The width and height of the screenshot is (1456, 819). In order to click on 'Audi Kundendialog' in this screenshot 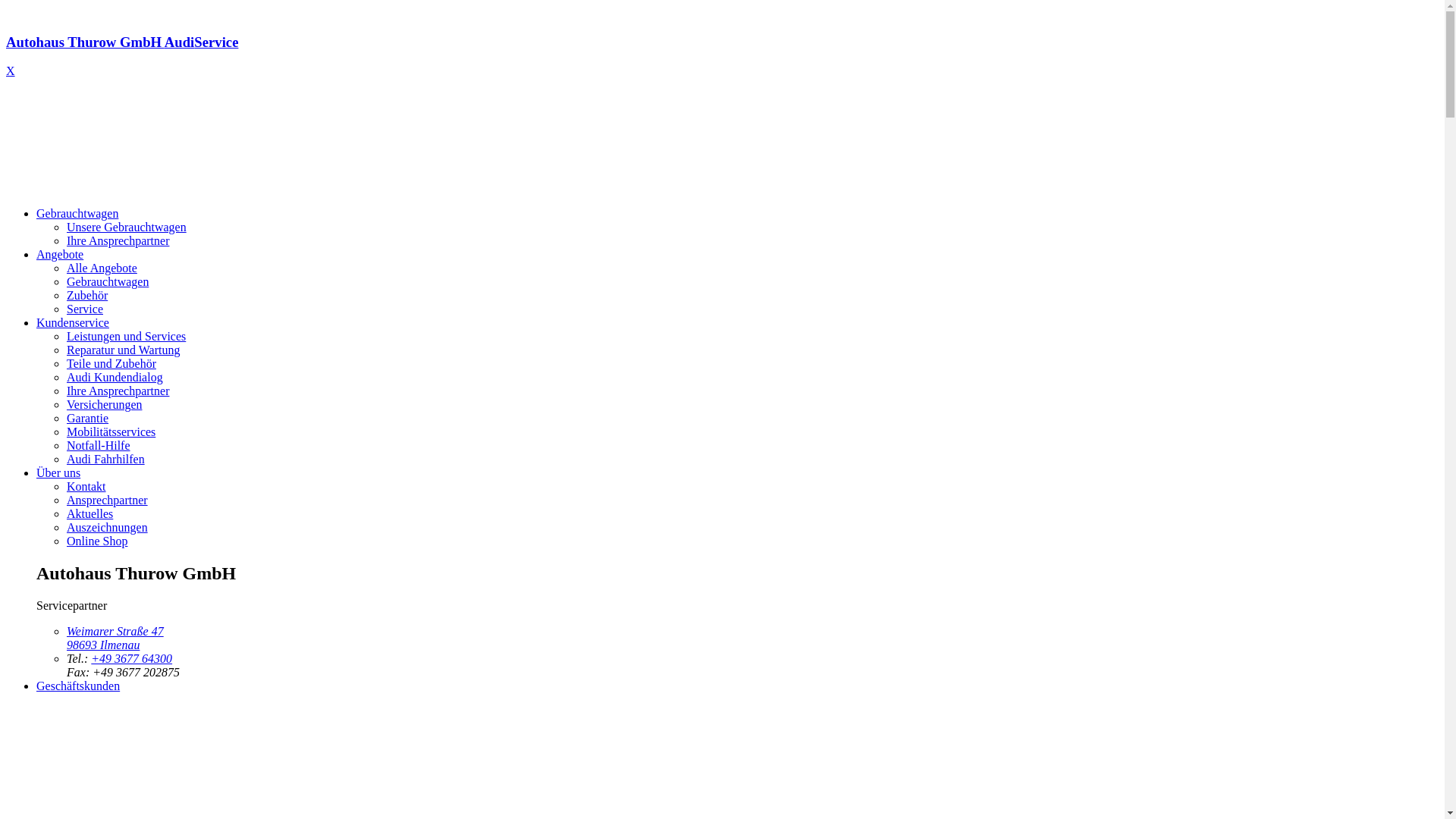, I will do `click(65, 376)`.